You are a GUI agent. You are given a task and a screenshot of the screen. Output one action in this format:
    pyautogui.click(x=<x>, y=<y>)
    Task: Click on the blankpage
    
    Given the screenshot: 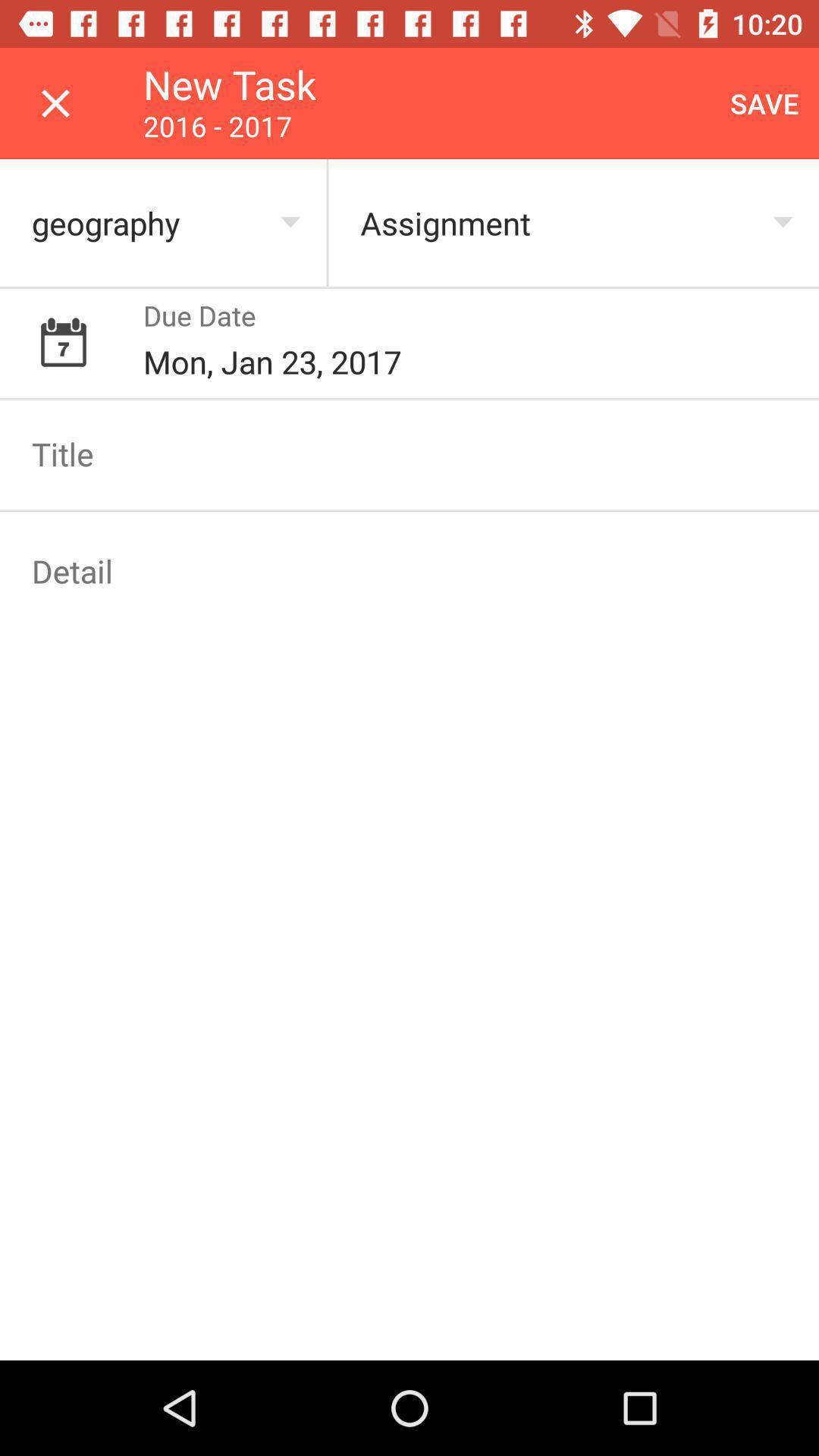 What is the action you would take?
    pyautogui.click(x=409, y=570)
    